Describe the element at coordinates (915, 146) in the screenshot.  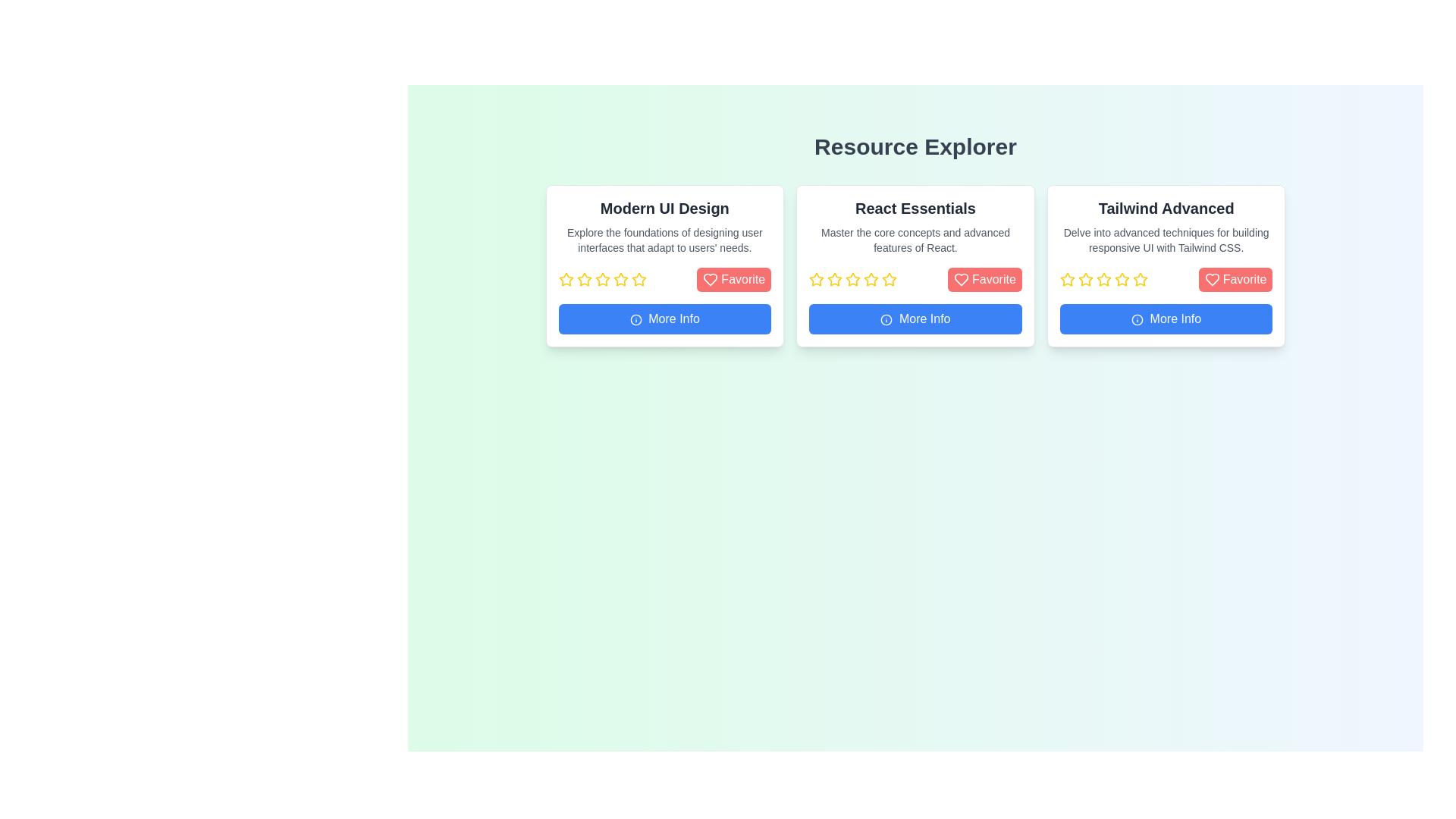
I see `title text element located at the top of the section, which indicates the main theme or purpose of the content below it` at that location.